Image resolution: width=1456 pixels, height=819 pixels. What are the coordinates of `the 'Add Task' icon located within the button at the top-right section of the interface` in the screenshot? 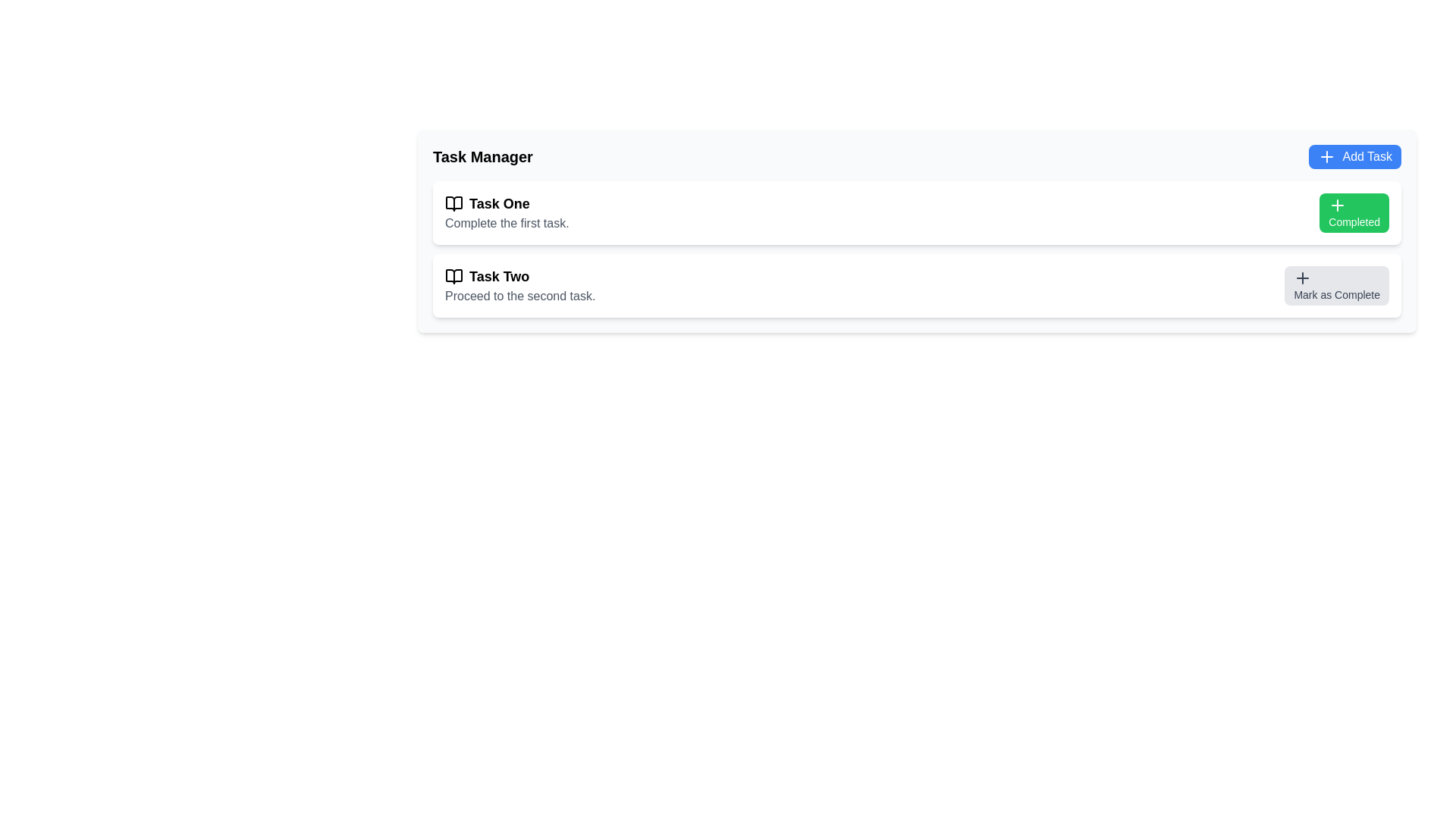 It's located at (1326, 157).